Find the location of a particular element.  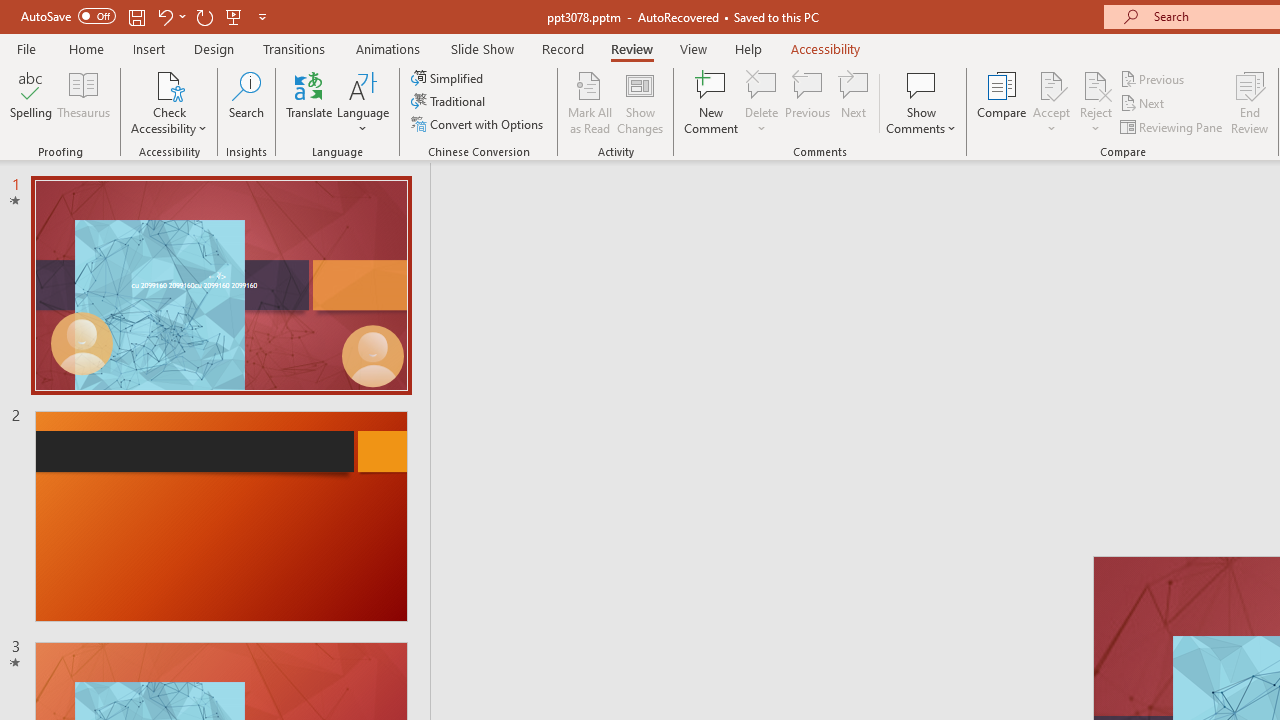

'Mark All as Read' is located at coordinates (589, 103).